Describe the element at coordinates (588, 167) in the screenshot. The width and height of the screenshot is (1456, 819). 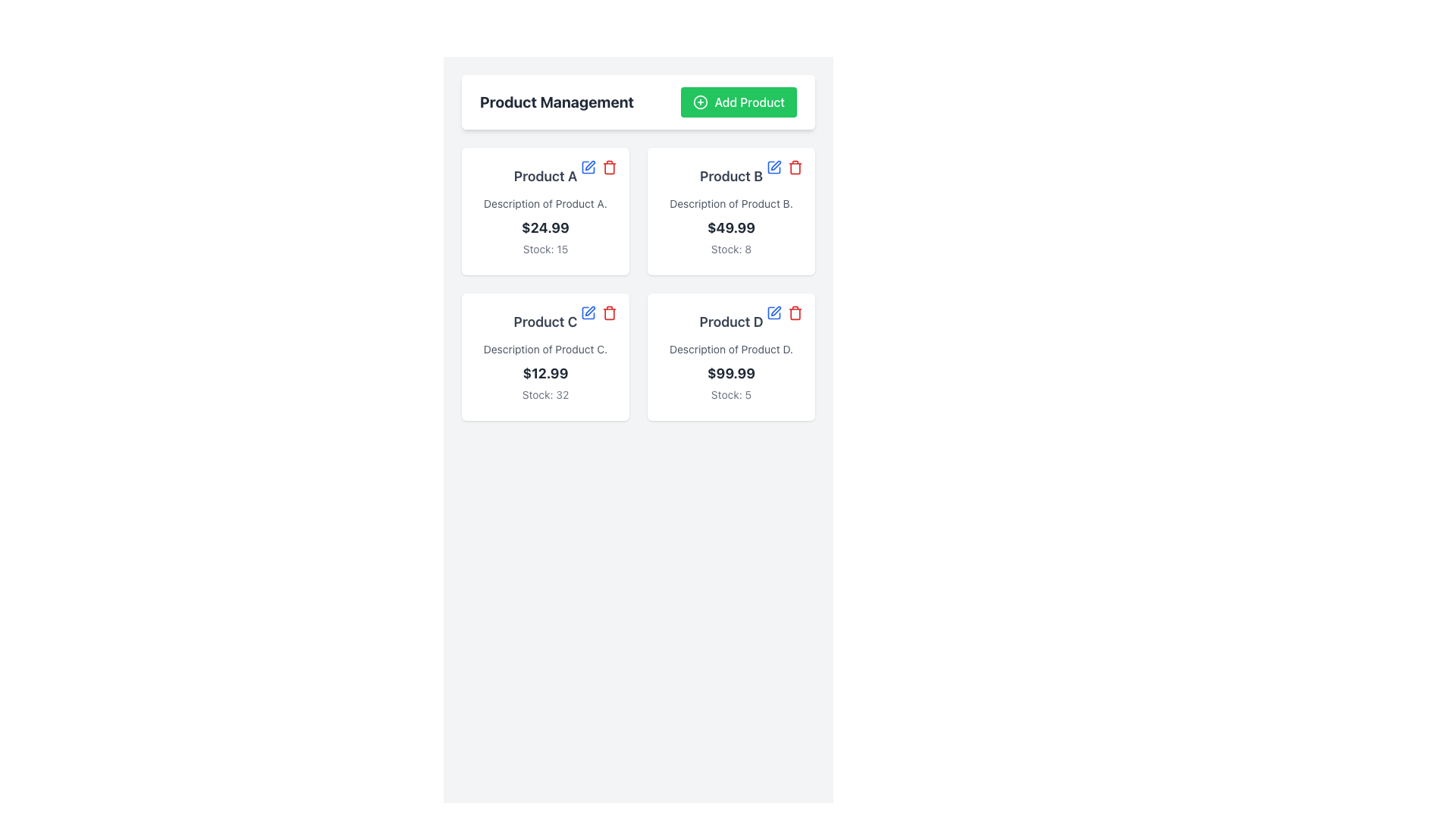
I see `the blue pen icon button located in the top-right corner of the card layout for 'Product A', which is adjacent to a red trash can icon` at that location.